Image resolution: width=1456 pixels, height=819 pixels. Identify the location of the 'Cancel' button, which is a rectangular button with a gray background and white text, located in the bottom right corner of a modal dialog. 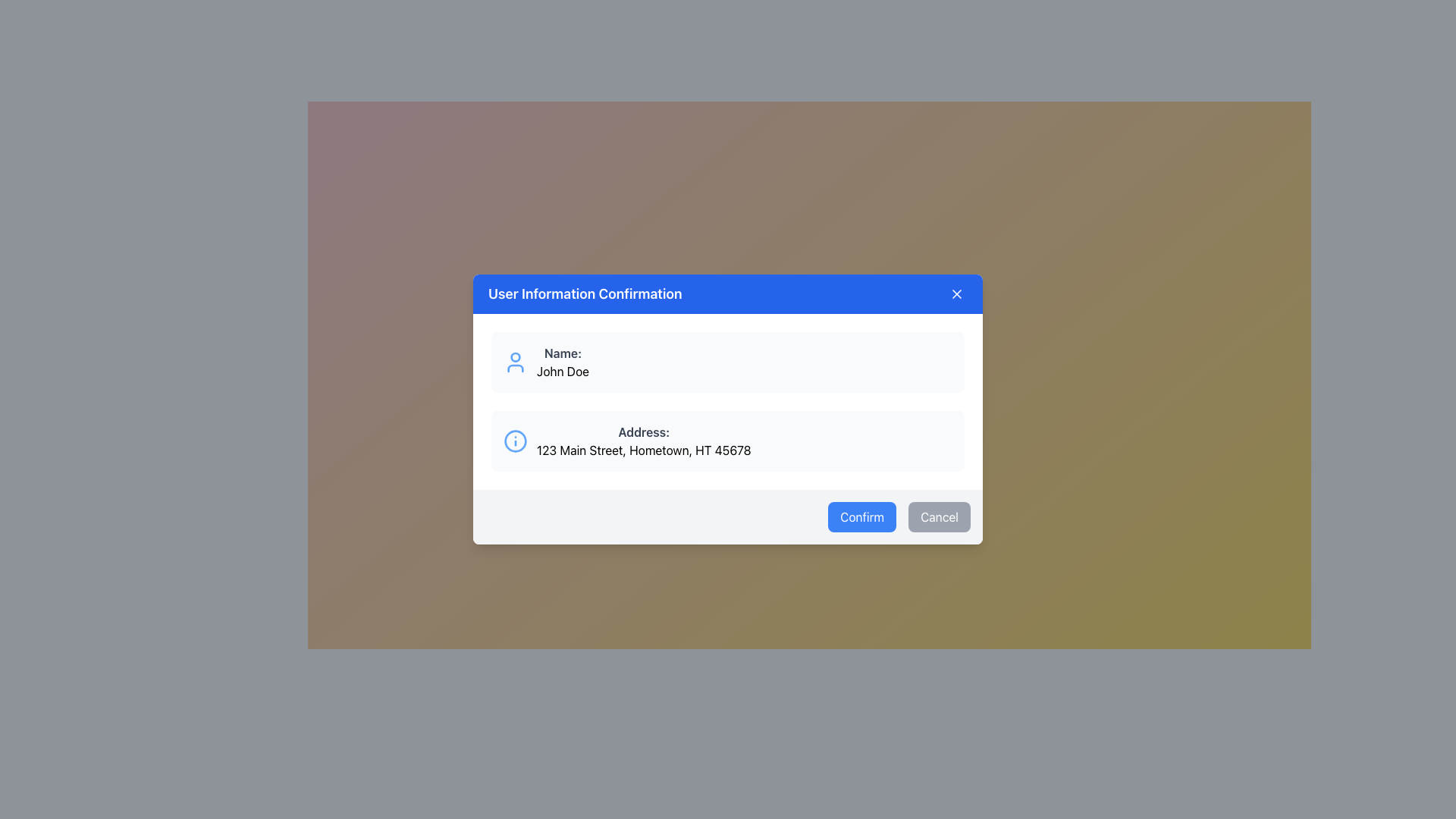
(938, 516).